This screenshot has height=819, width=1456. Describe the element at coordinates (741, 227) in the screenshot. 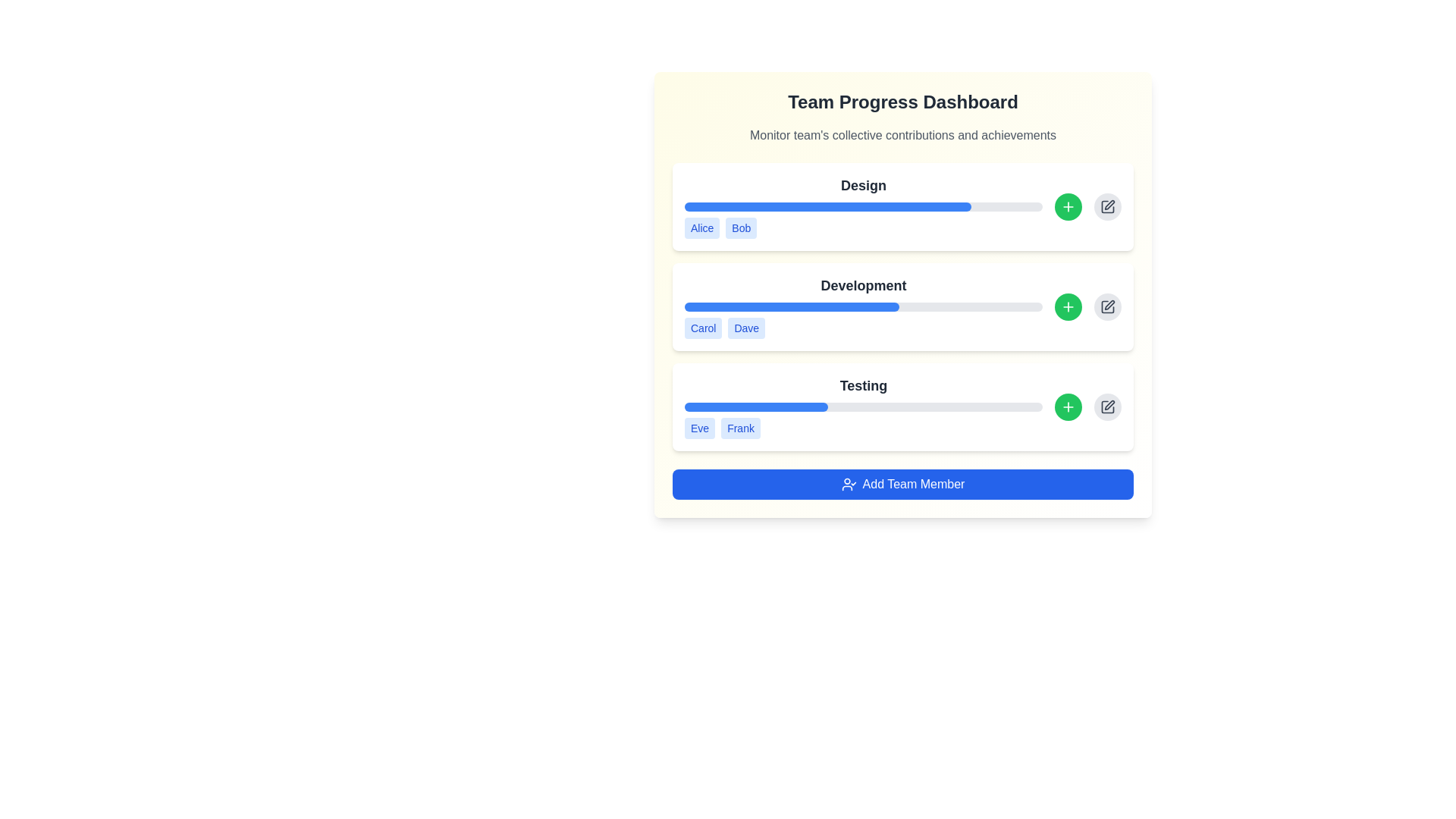

I see `the rightmost badge under the 'Design' section` at that location.